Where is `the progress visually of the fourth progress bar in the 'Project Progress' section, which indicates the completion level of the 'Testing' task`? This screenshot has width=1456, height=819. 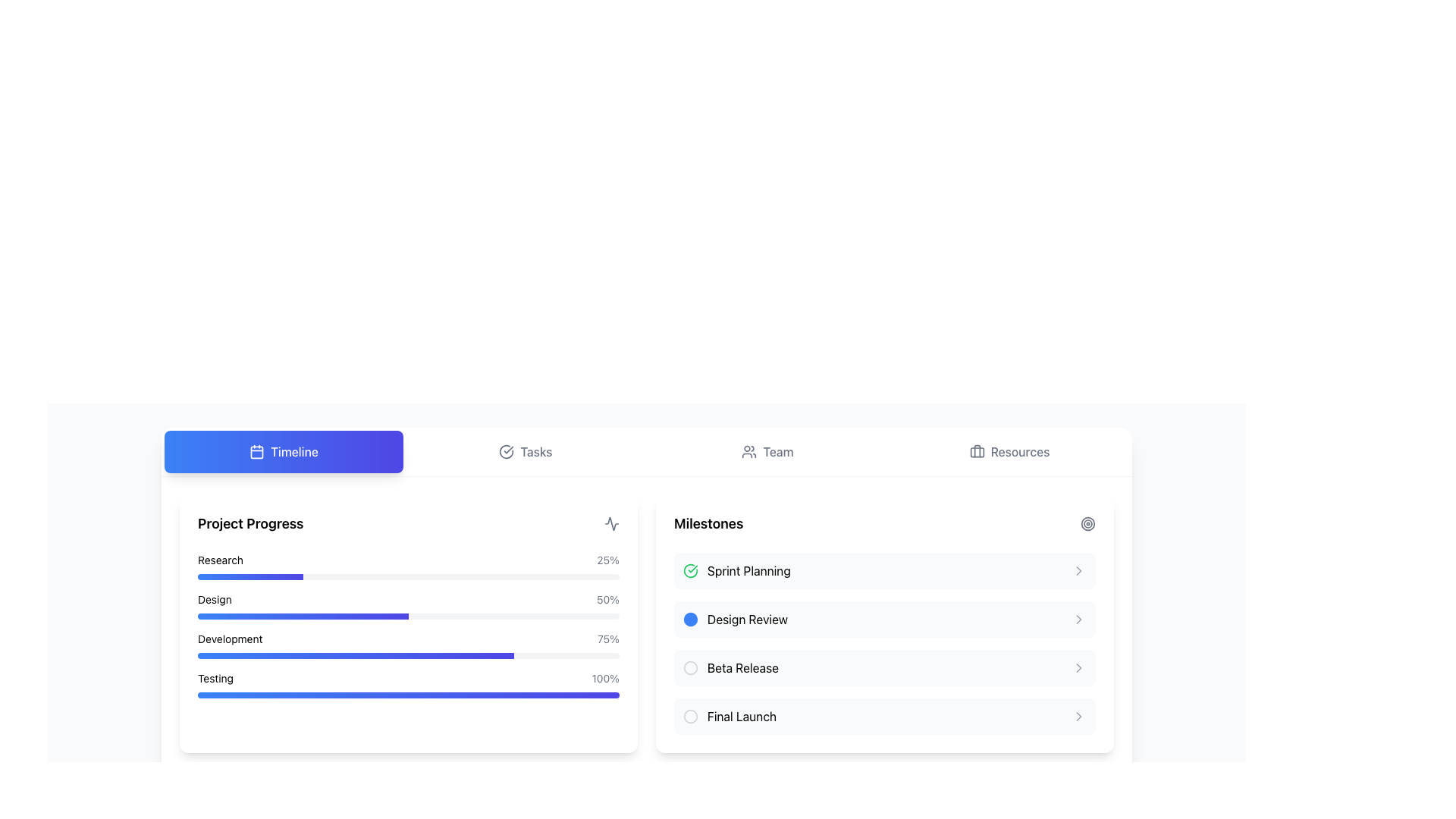 the progress visually of the fourth progress bar in the 'Project Progress' section, which indicates the completion level of the 'Testing' task is located at coordinates (408, 695).